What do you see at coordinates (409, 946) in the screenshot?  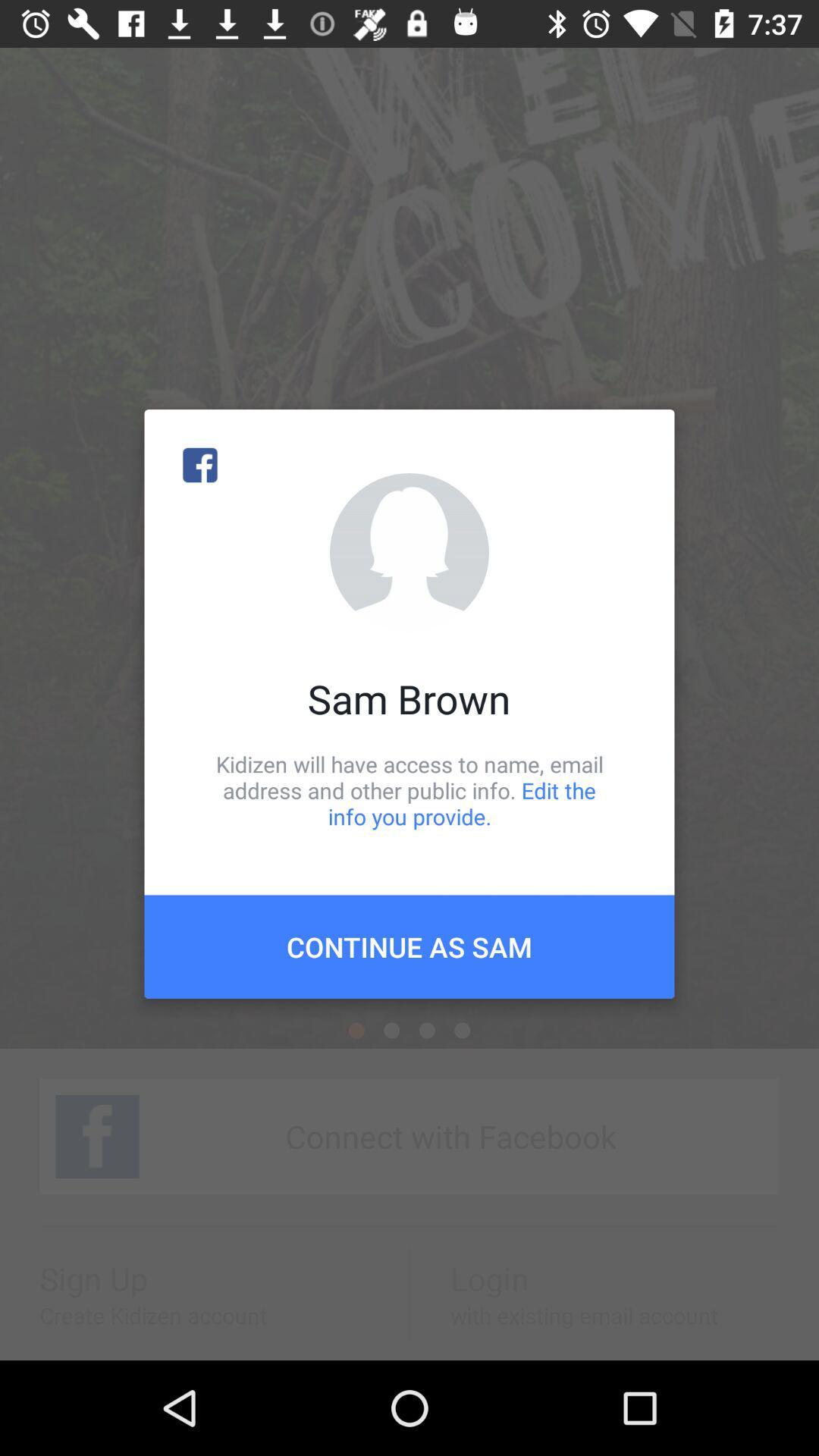 I see `the continue as sam icon` at bounding box center [409, 946].